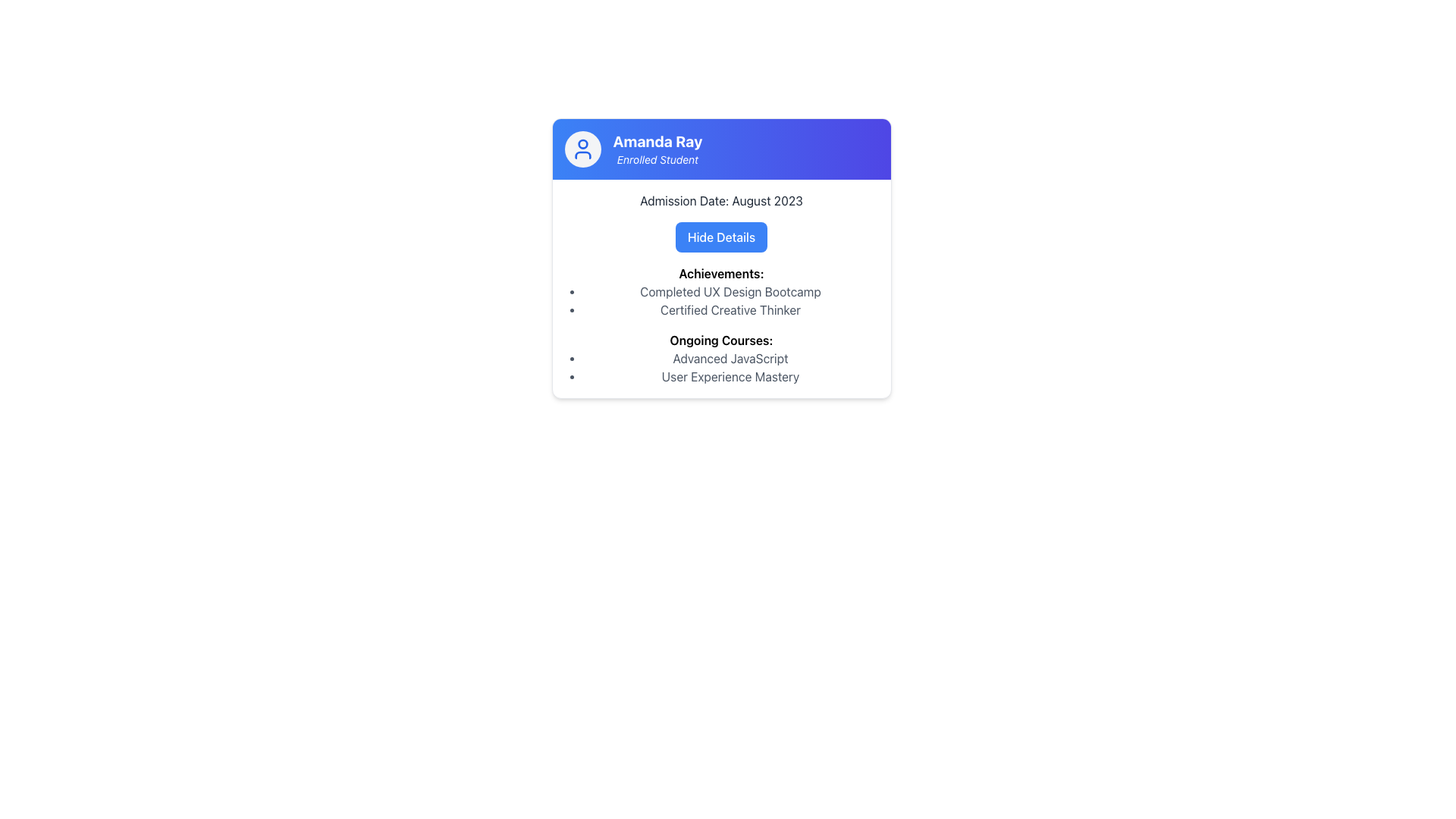 Image resolution: width=1456 pixels, height=819 pixels. I want to click on text displayed in the Bullet list under the 'Achievements:' section, which includes completed certifications such as 'Completed UX Design Bootcamp' and 'Certified Creative Thinker.', so click(720, 301).